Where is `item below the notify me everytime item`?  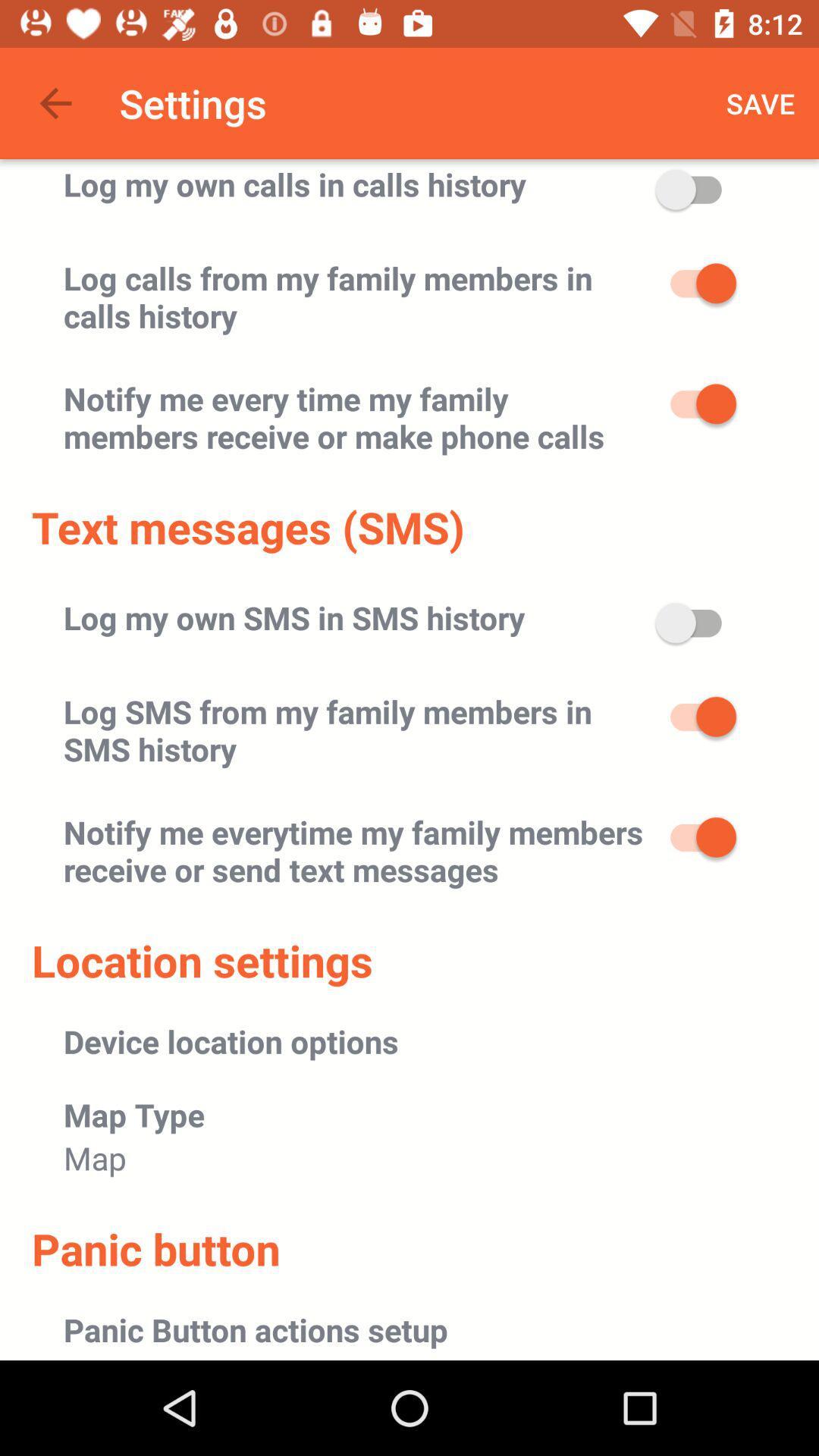
item below the notify me everytime item is located at coordinates (201, 959).